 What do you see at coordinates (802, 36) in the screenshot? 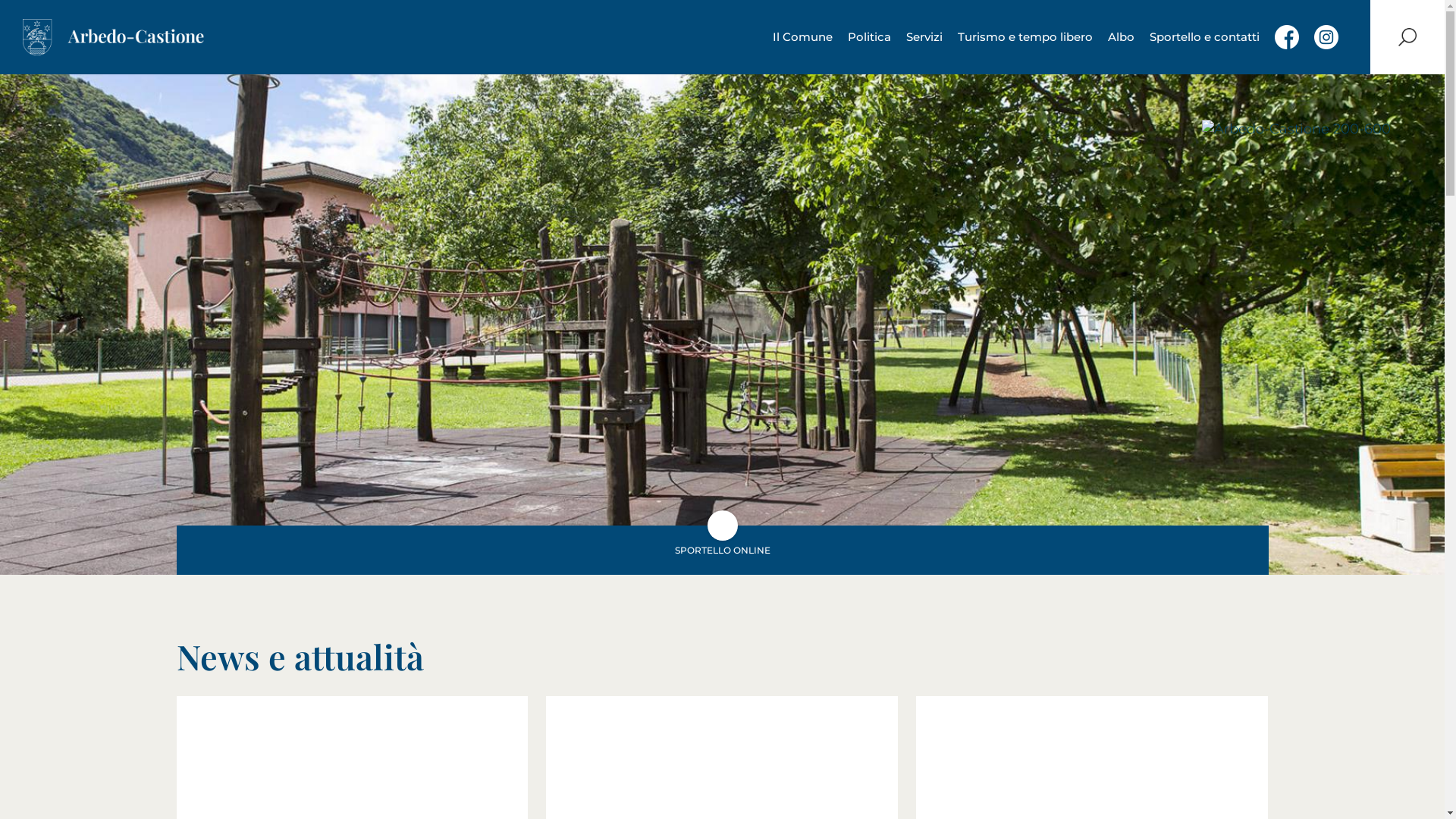
I see `'Il Comune'` at bounding box center [802, 36].